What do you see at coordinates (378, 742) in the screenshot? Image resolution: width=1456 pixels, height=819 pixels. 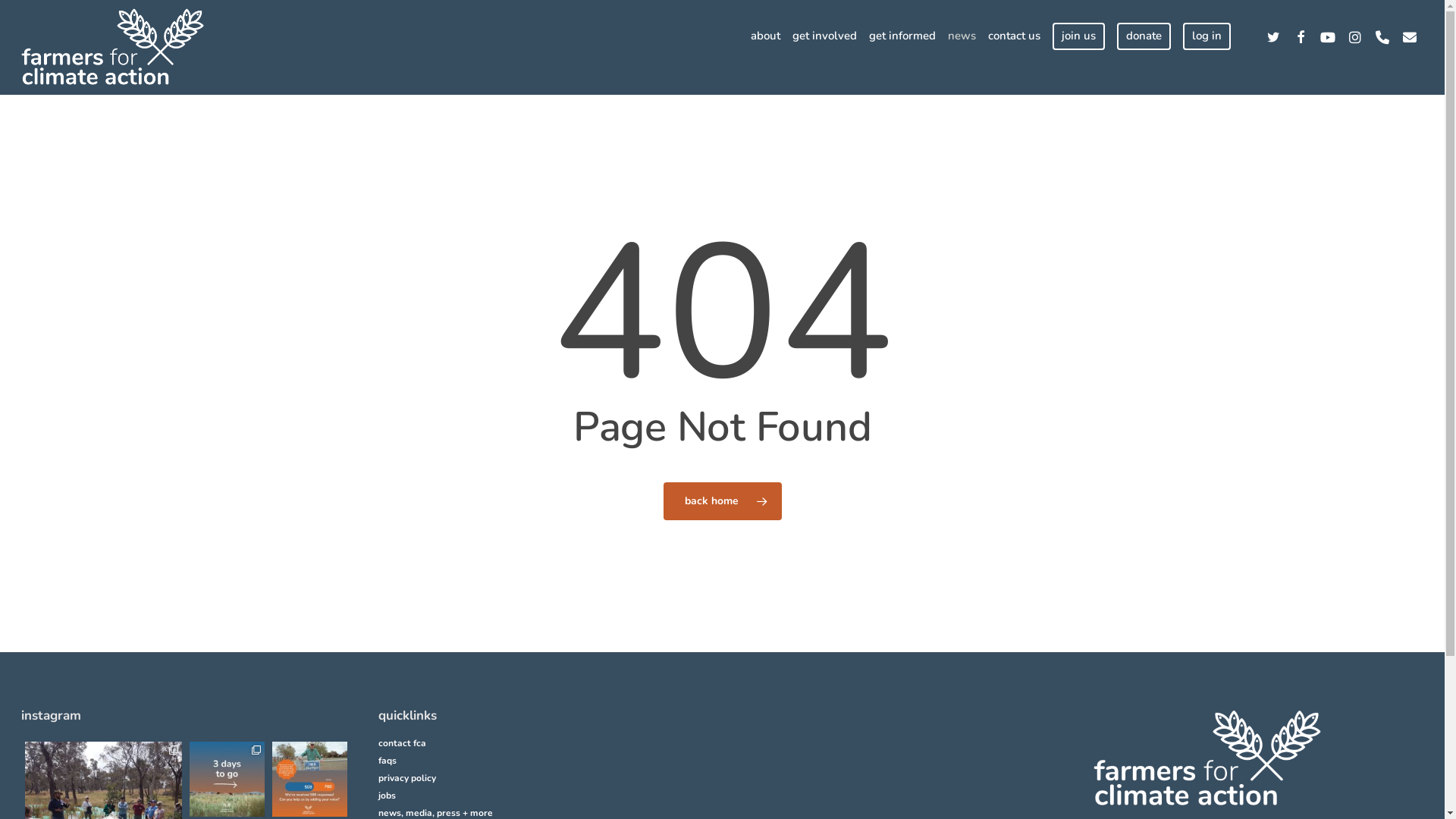 I see `'contact fca'` at bounding box center [378, 742].